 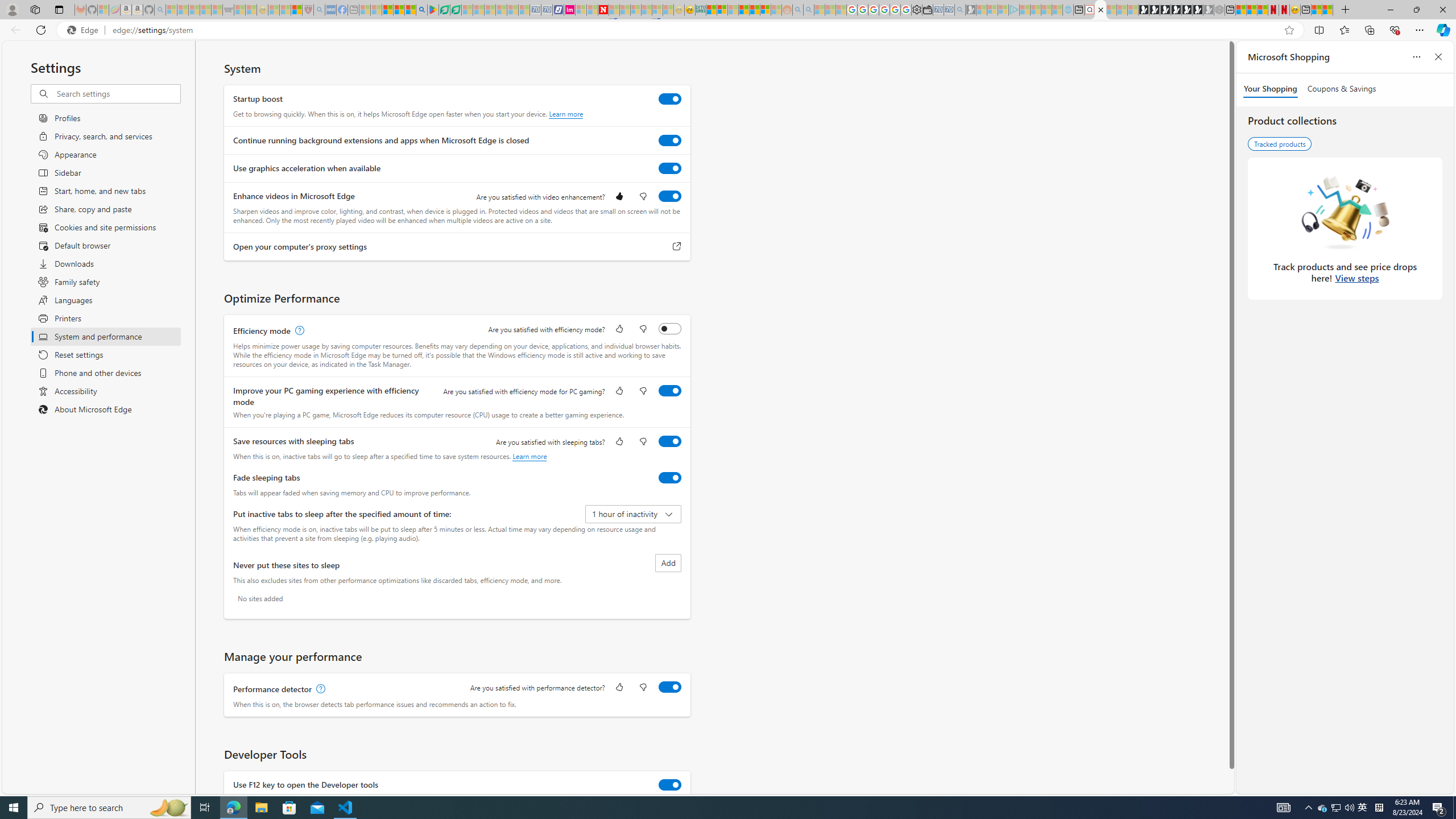 What do you see at coordinates (547, 9) in the screenshot?
I see `'Cheap Hotels - Save70.com - Sleeping'` at bounding box center [547, 9].